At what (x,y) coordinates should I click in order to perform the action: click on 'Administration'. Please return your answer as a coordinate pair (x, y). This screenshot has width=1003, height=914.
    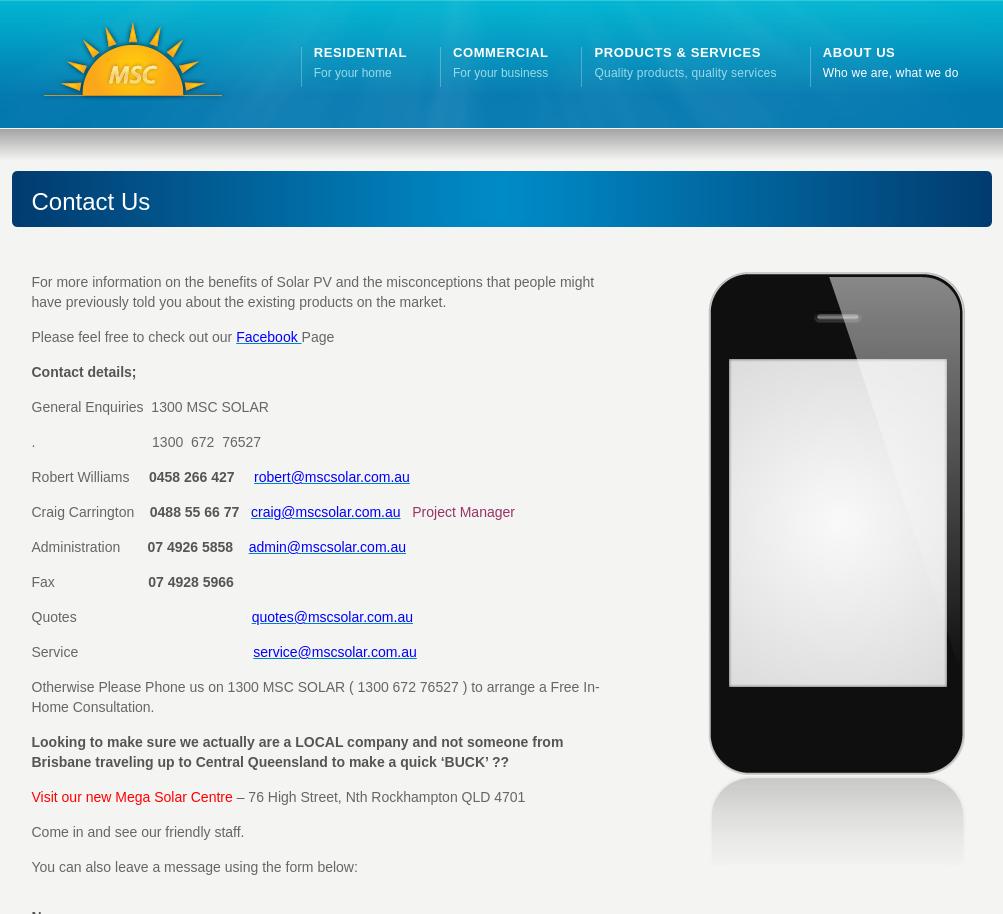
    Looking at the image, I should click on (30, 546).